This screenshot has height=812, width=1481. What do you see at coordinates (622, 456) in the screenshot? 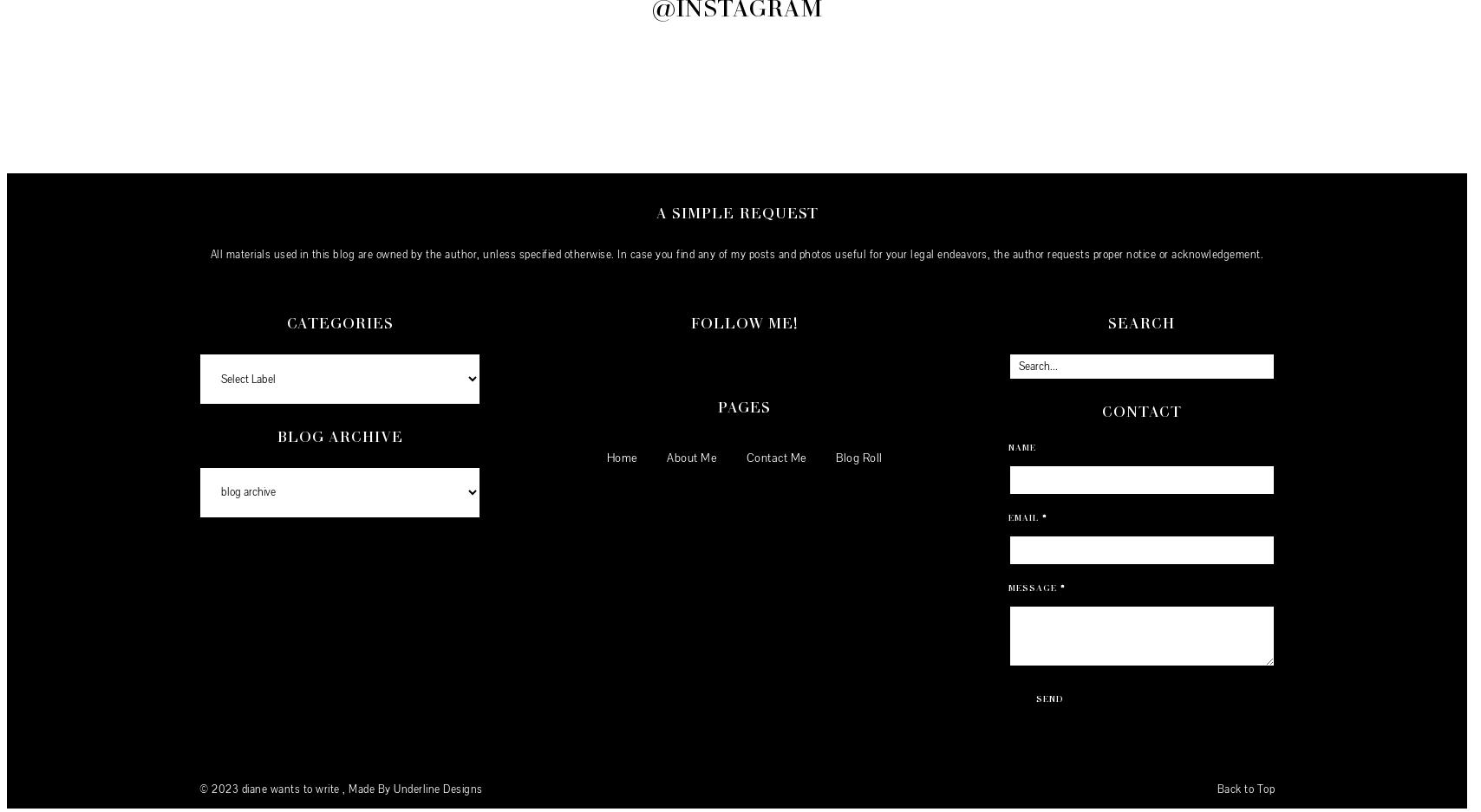
I see `'Home'` at bounding box center [622, 456].